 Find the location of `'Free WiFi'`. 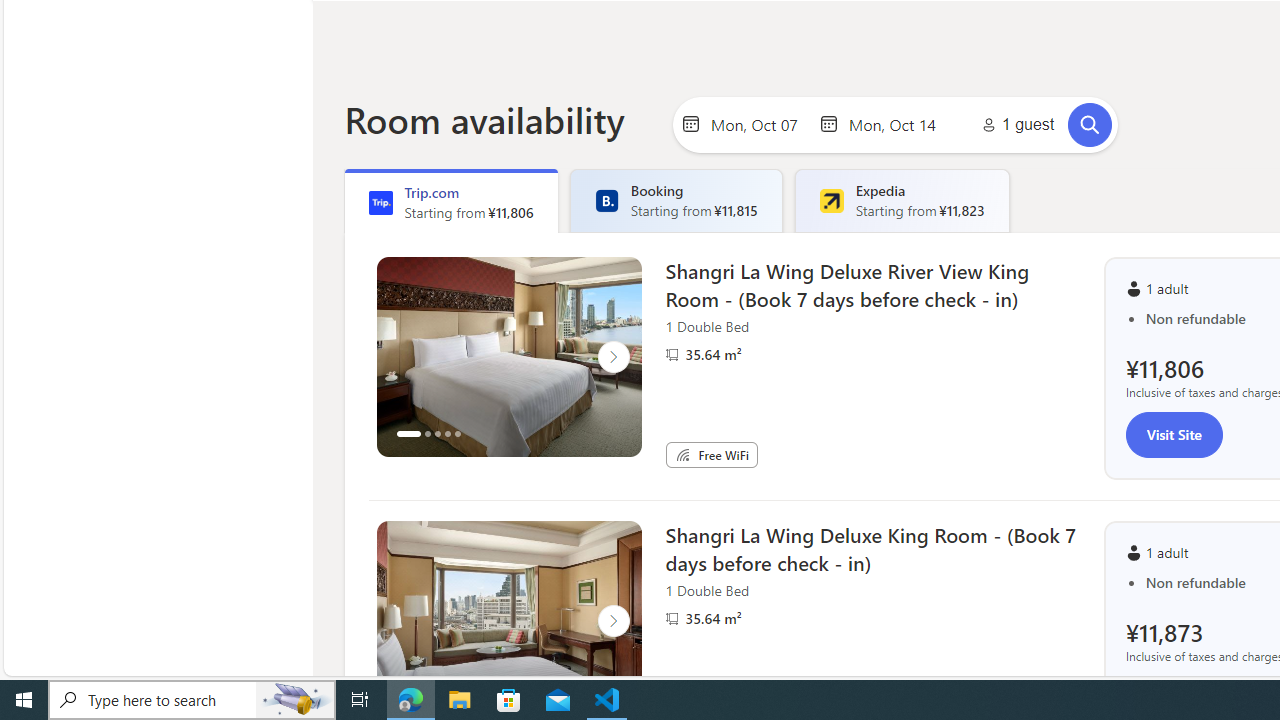

'Free WiFi' is located at coordinates (682, 455).